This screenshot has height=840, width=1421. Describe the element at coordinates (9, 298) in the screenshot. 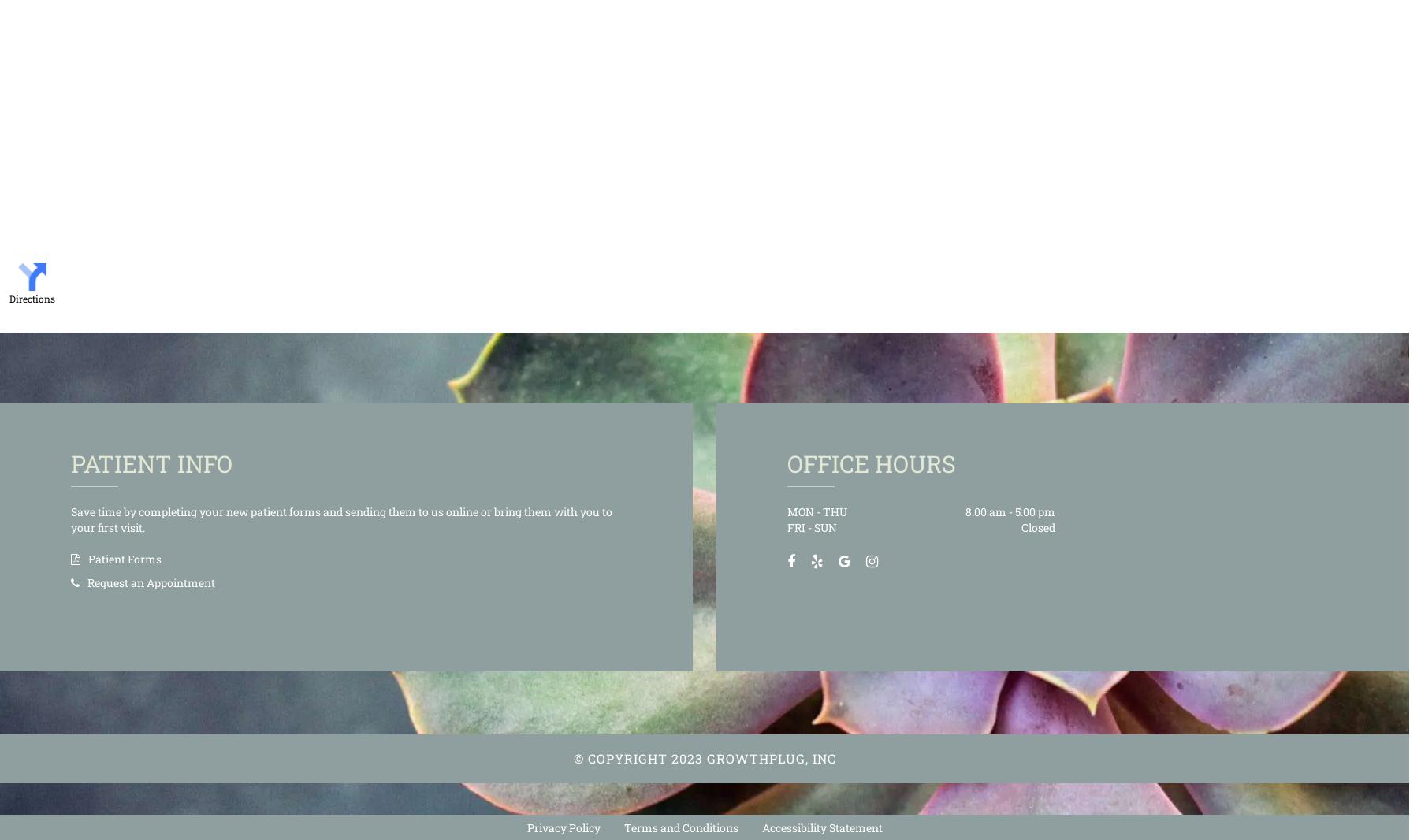

I see `'Directions'` at that location.